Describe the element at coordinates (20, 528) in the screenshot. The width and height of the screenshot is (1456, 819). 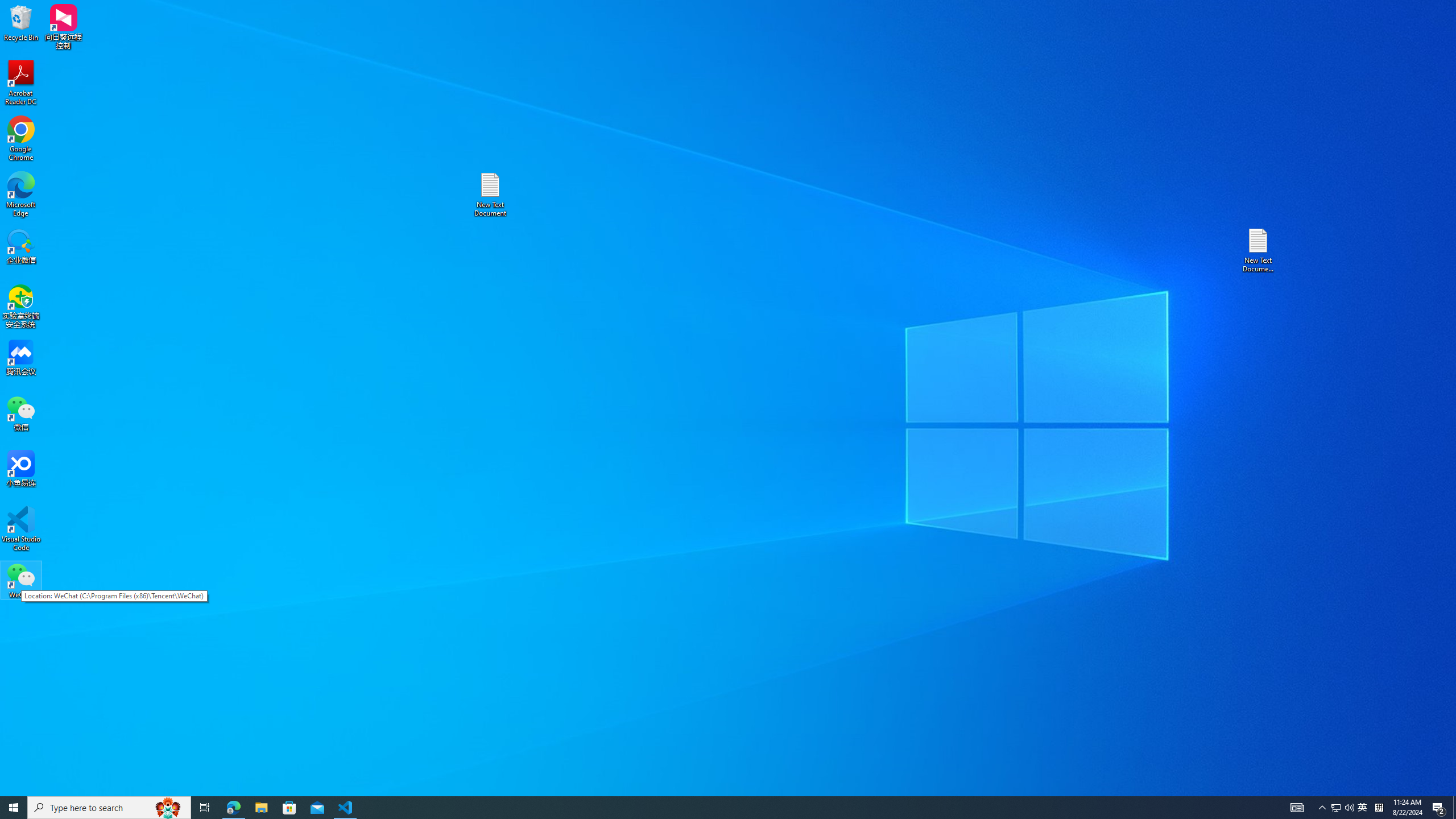
I see `'Visual Studio Code'` at that location.